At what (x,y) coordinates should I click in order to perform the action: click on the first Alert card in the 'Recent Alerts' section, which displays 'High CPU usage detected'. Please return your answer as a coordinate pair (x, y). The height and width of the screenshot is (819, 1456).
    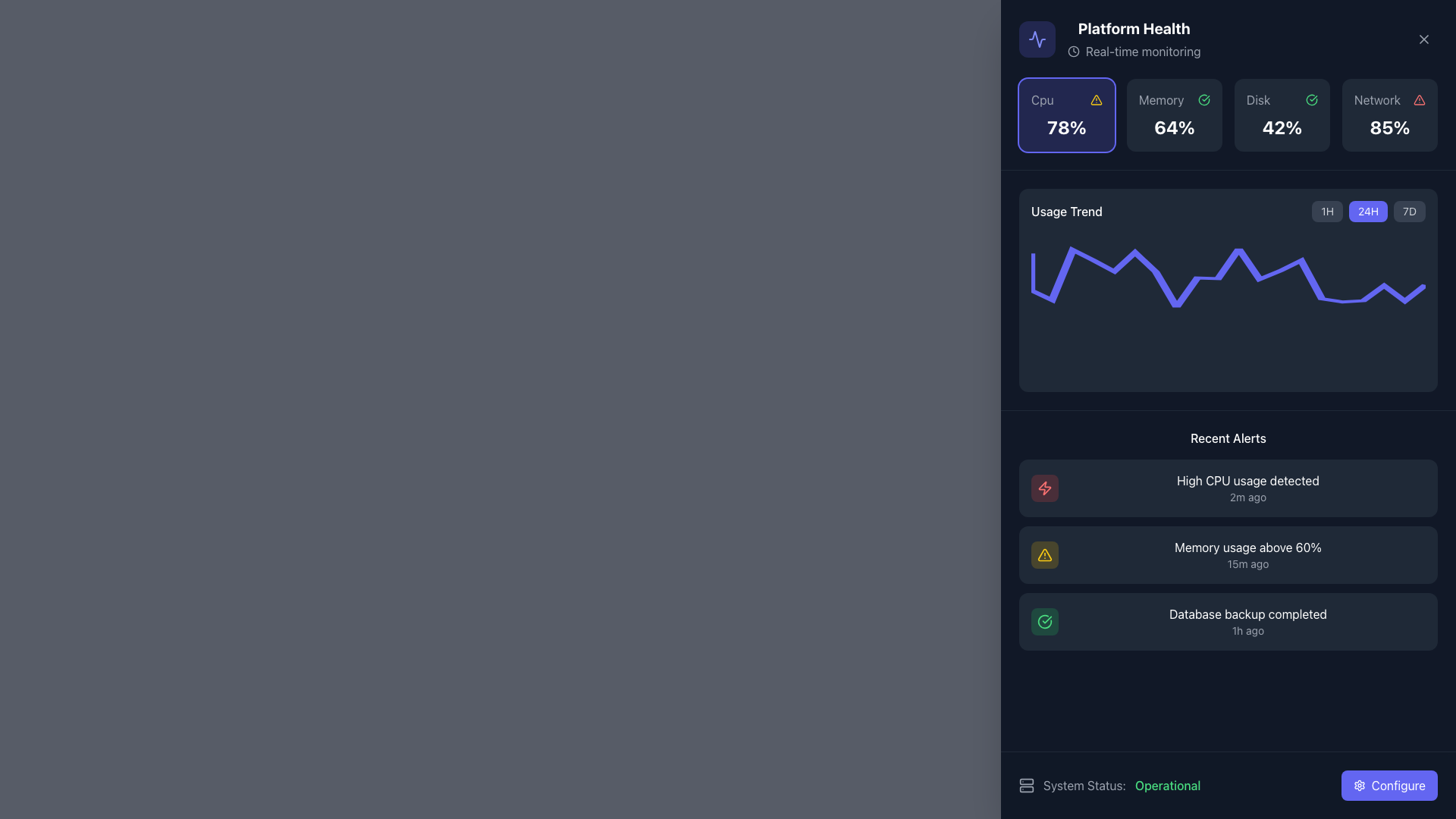
    Looking at the image, I should click on (1248, 488).